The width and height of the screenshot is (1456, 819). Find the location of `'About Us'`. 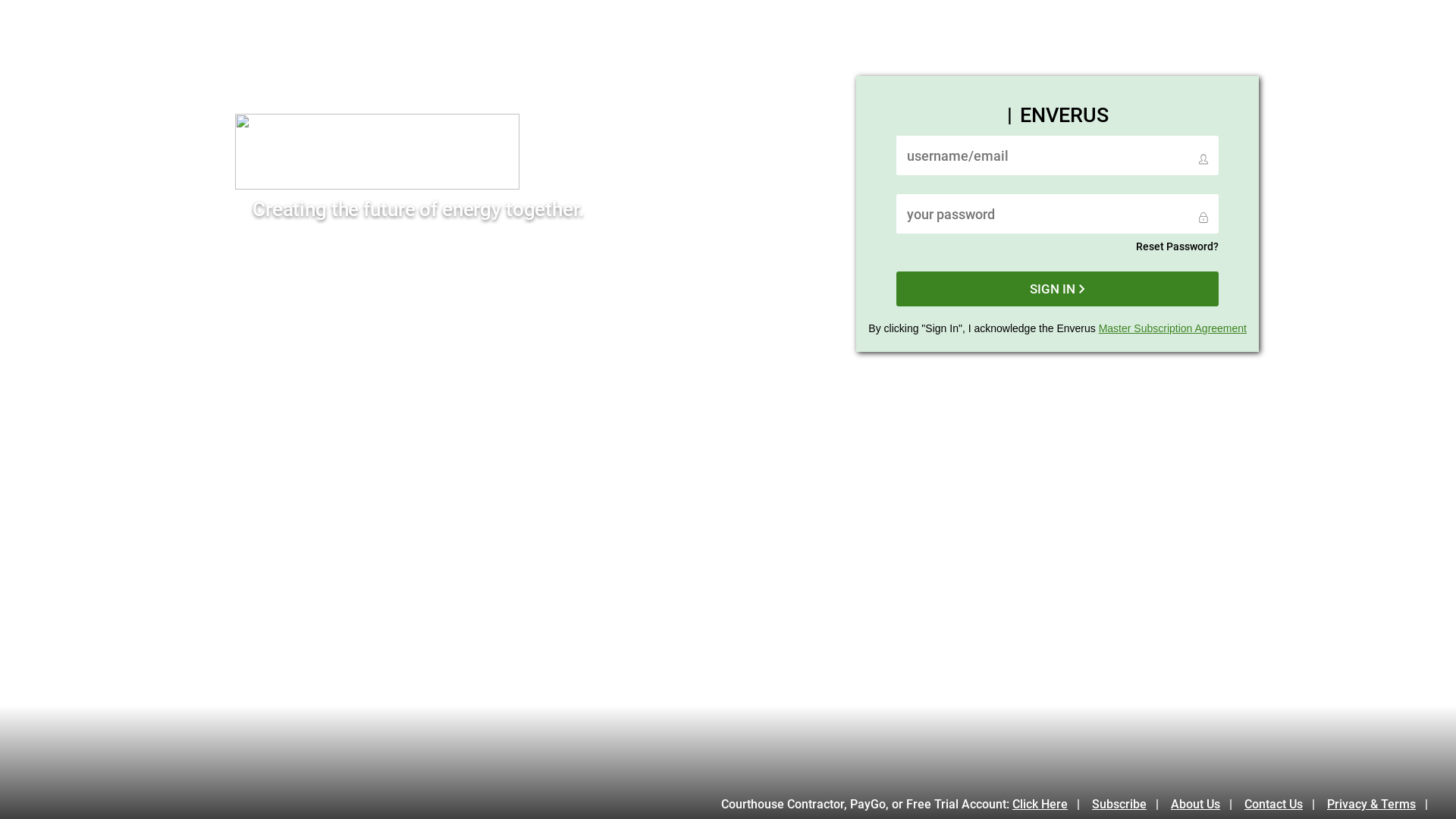

'About Us' is located at coordinates (1170, 803).